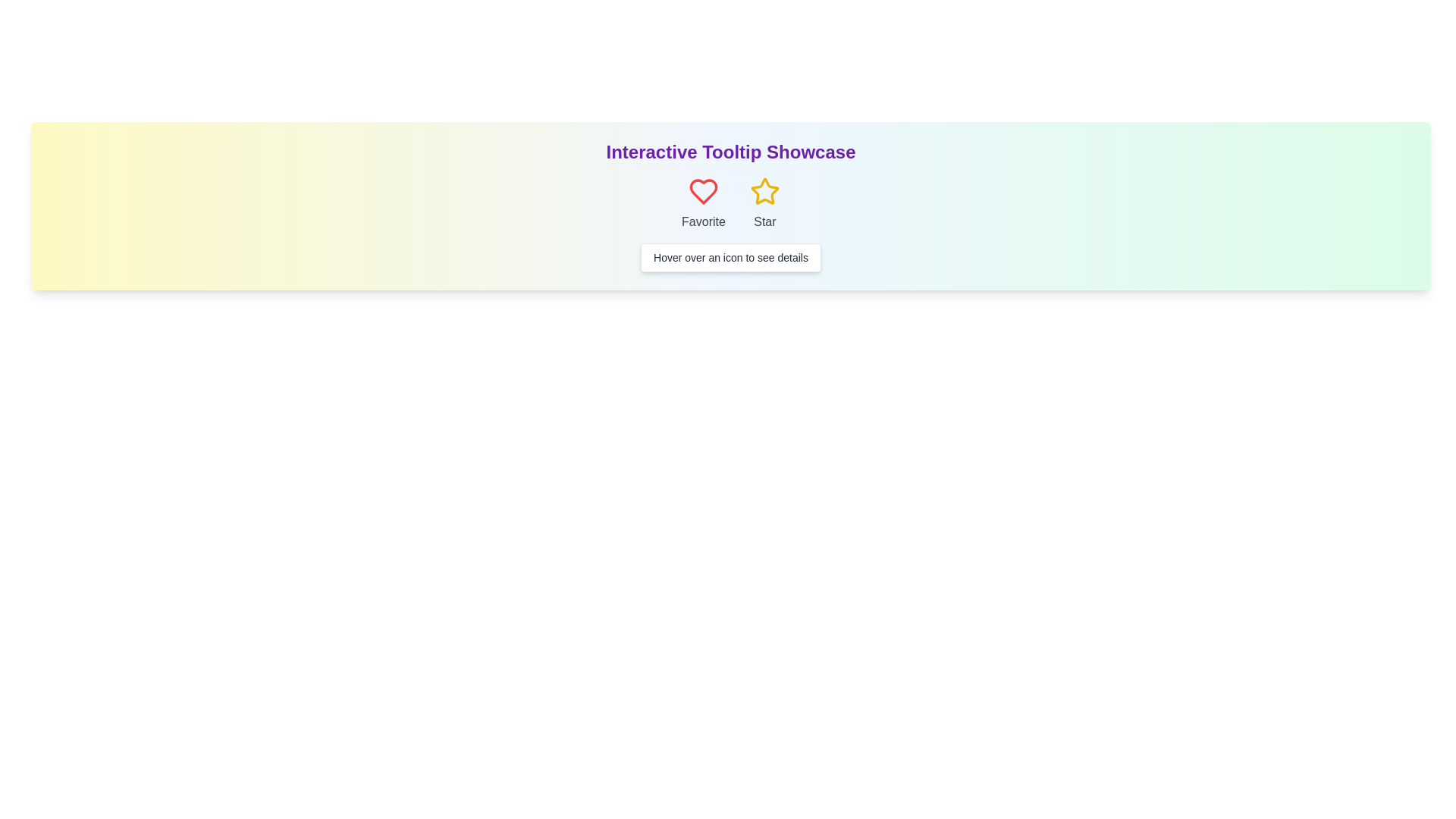 The image size is (1456, 819). Describe the element at coordinates (764, 203) in the screenshot. I see `the composite element featuring a yellow outlined star icon and the text 'Star' to trigger its visual transition effect` at that location.